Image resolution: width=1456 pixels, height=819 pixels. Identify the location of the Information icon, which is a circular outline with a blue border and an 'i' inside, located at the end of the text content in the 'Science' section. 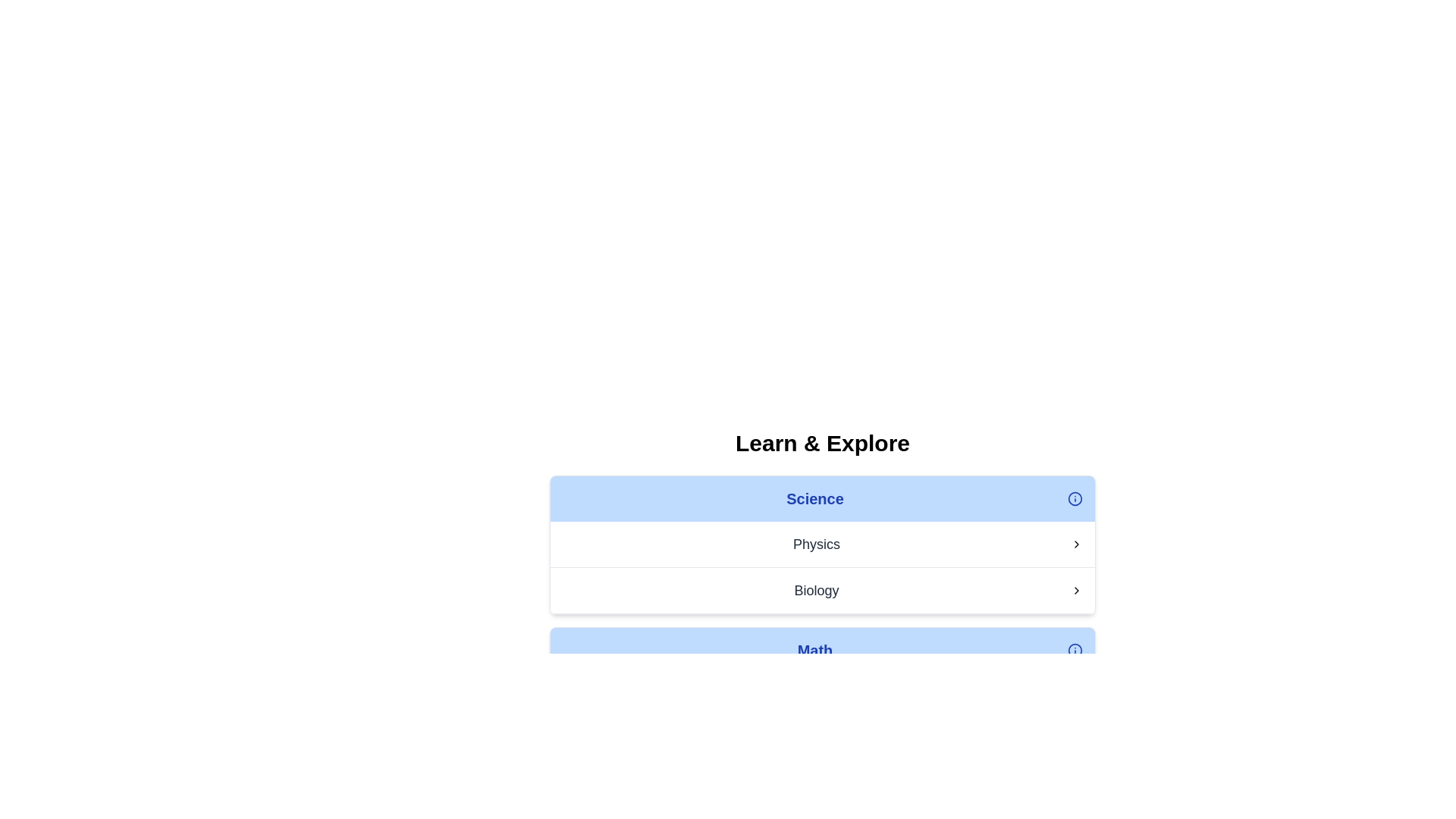
(1074, 499).